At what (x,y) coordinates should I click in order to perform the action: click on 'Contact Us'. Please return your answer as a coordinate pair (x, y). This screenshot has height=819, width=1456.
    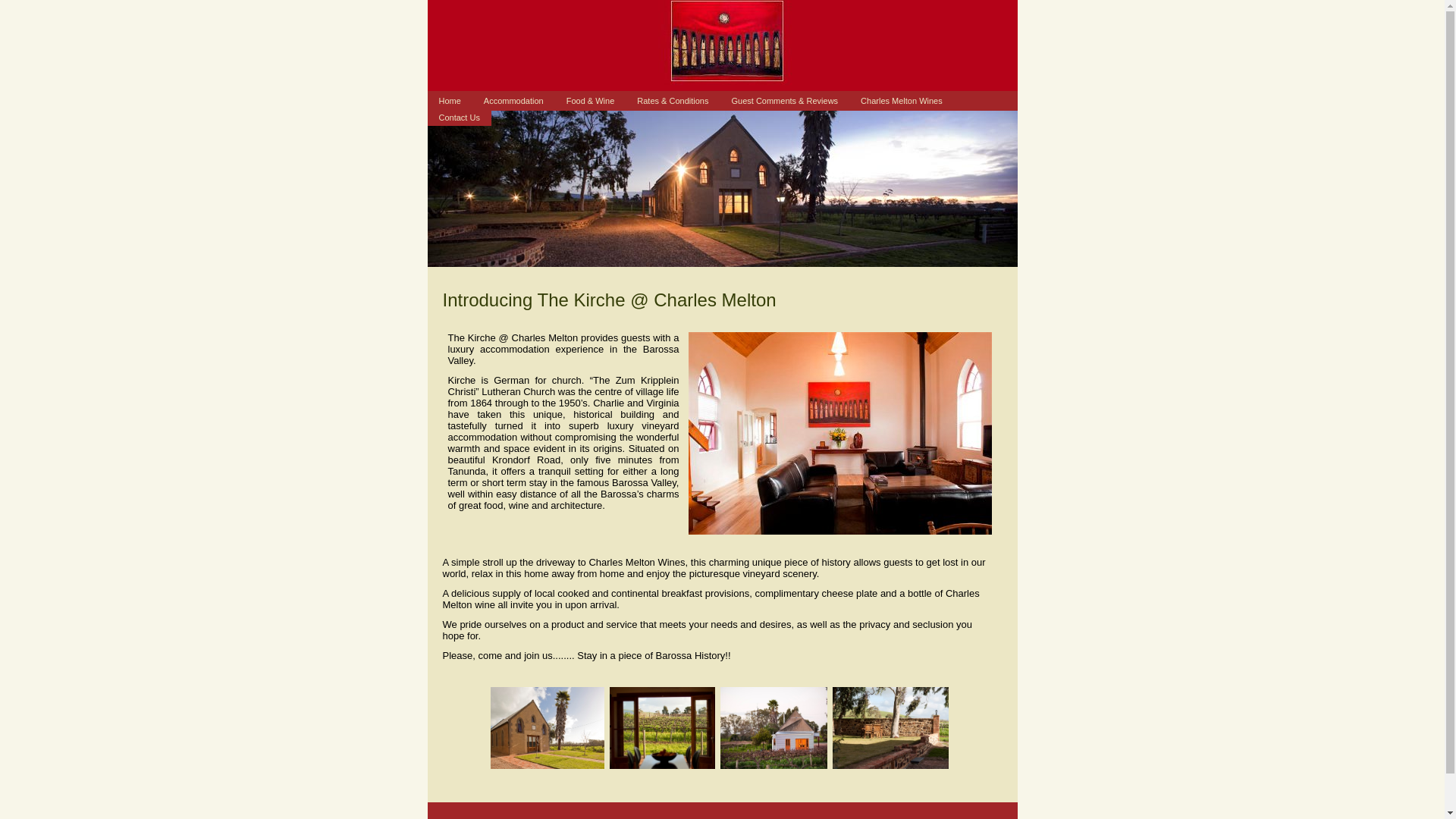
    Looking at the image, I should click on (458, 116).